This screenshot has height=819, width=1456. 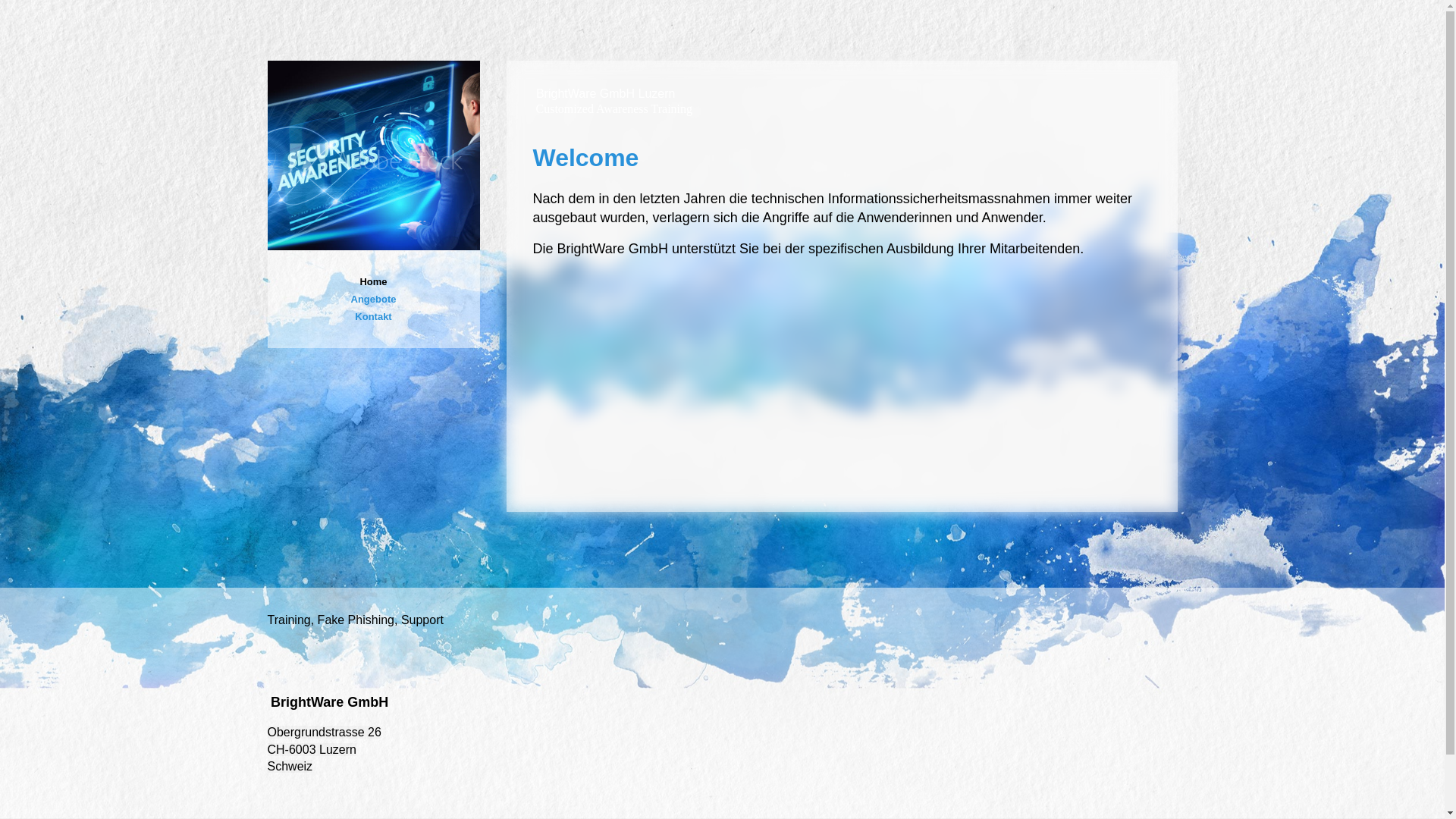 I want to click on 'Angebote', so click(x=372, y=299).